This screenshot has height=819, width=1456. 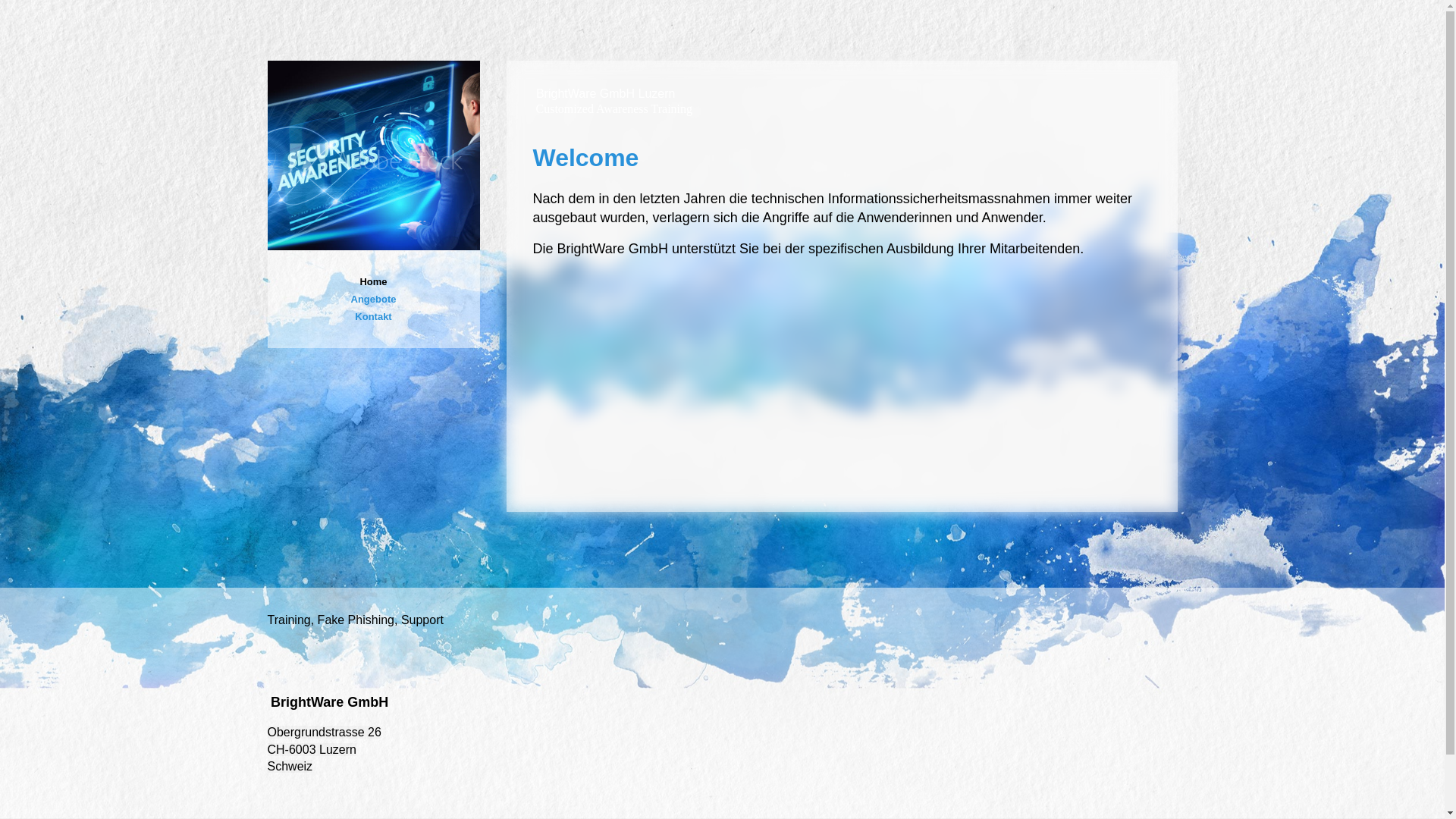 I want to click on 'Angebote', so click(x=372, y=299).